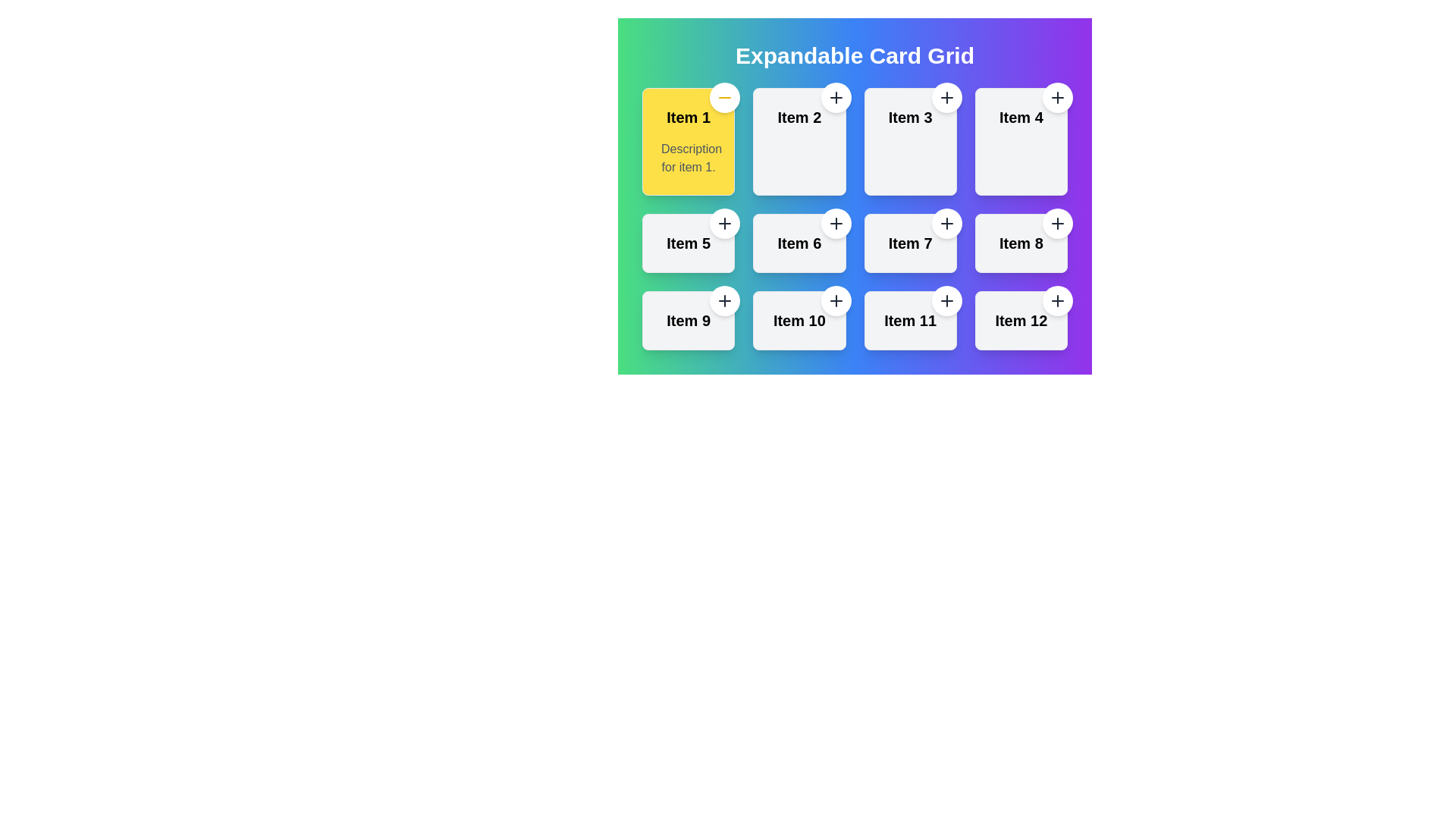  What do you see at coordinates (946, 97) in the screenshot?
I see `the circular button with an icon located in the top-right corner of the 'Item 3' card` at bounding box center [946, 97].